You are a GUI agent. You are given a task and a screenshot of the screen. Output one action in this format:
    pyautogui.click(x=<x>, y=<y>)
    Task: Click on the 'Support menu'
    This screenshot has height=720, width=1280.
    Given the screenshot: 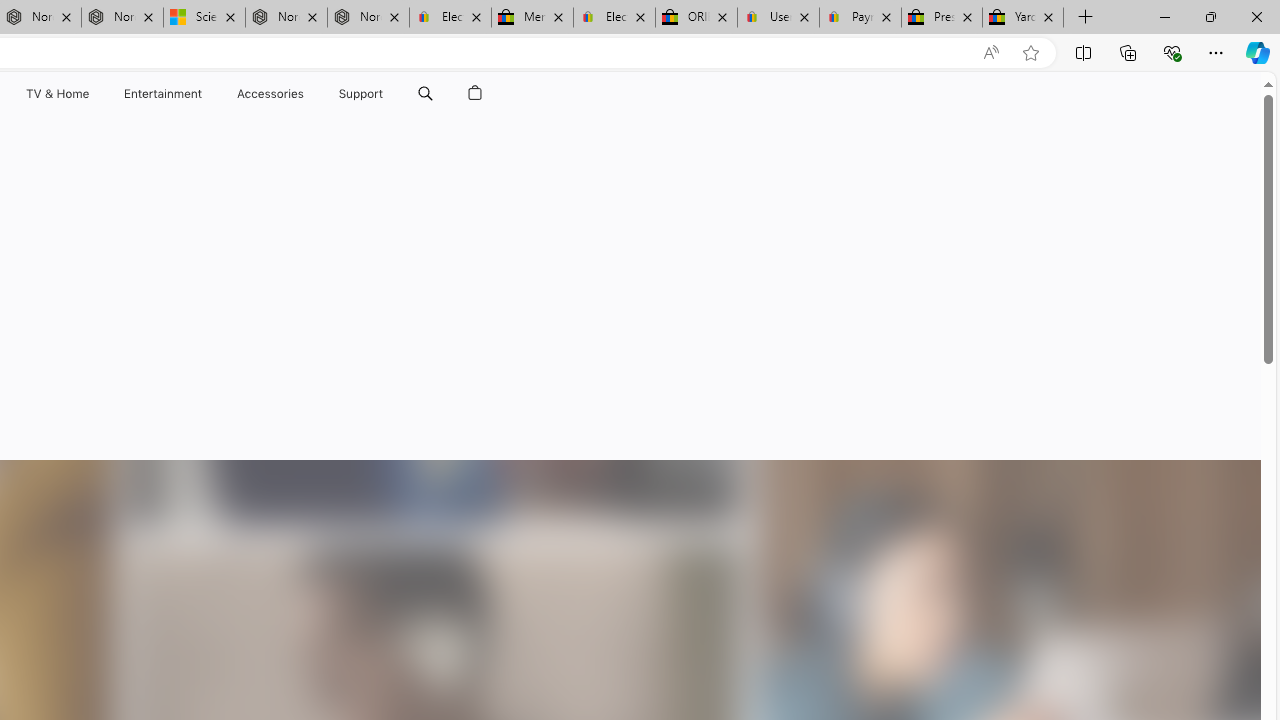 What is the action you would take?
    pyautogui.click(x=387, y=93)
    